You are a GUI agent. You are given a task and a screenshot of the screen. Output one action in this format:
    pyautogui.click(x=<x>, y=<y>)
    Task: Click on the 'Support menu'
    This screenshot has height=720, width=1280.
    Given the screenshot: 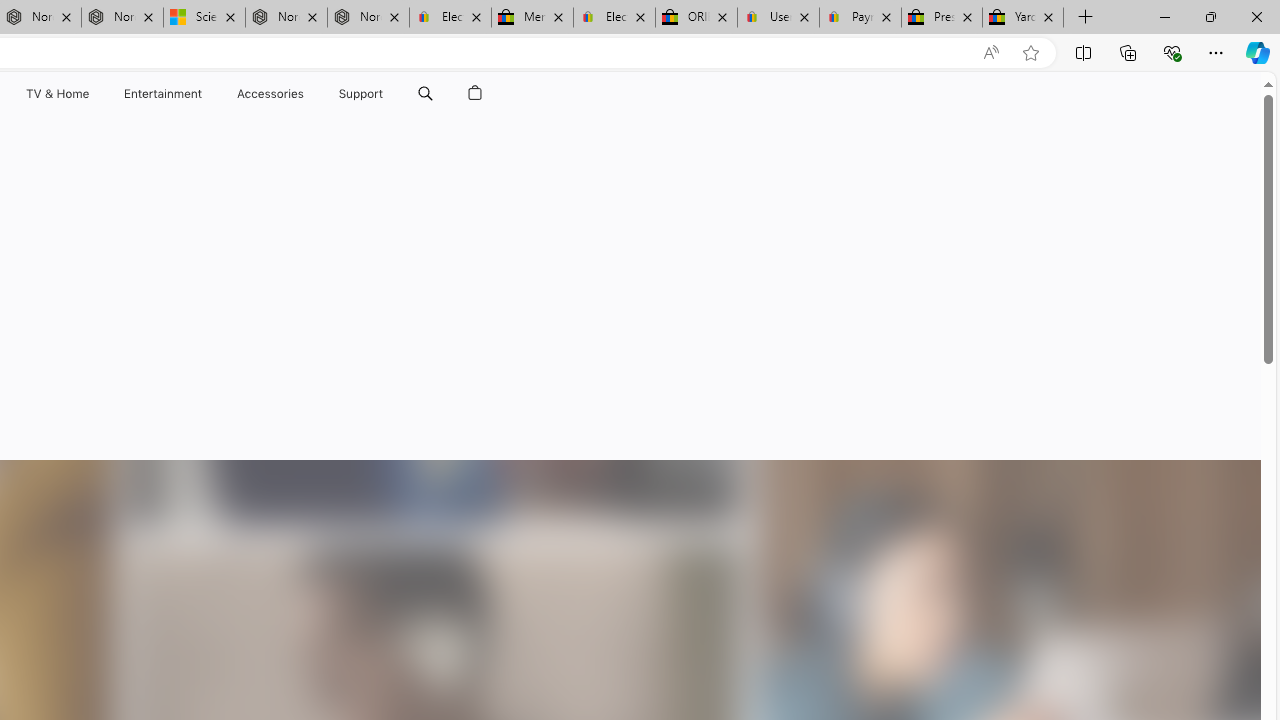 What is the action you would take?
    pyautogui.click(x=387, y=93)
    